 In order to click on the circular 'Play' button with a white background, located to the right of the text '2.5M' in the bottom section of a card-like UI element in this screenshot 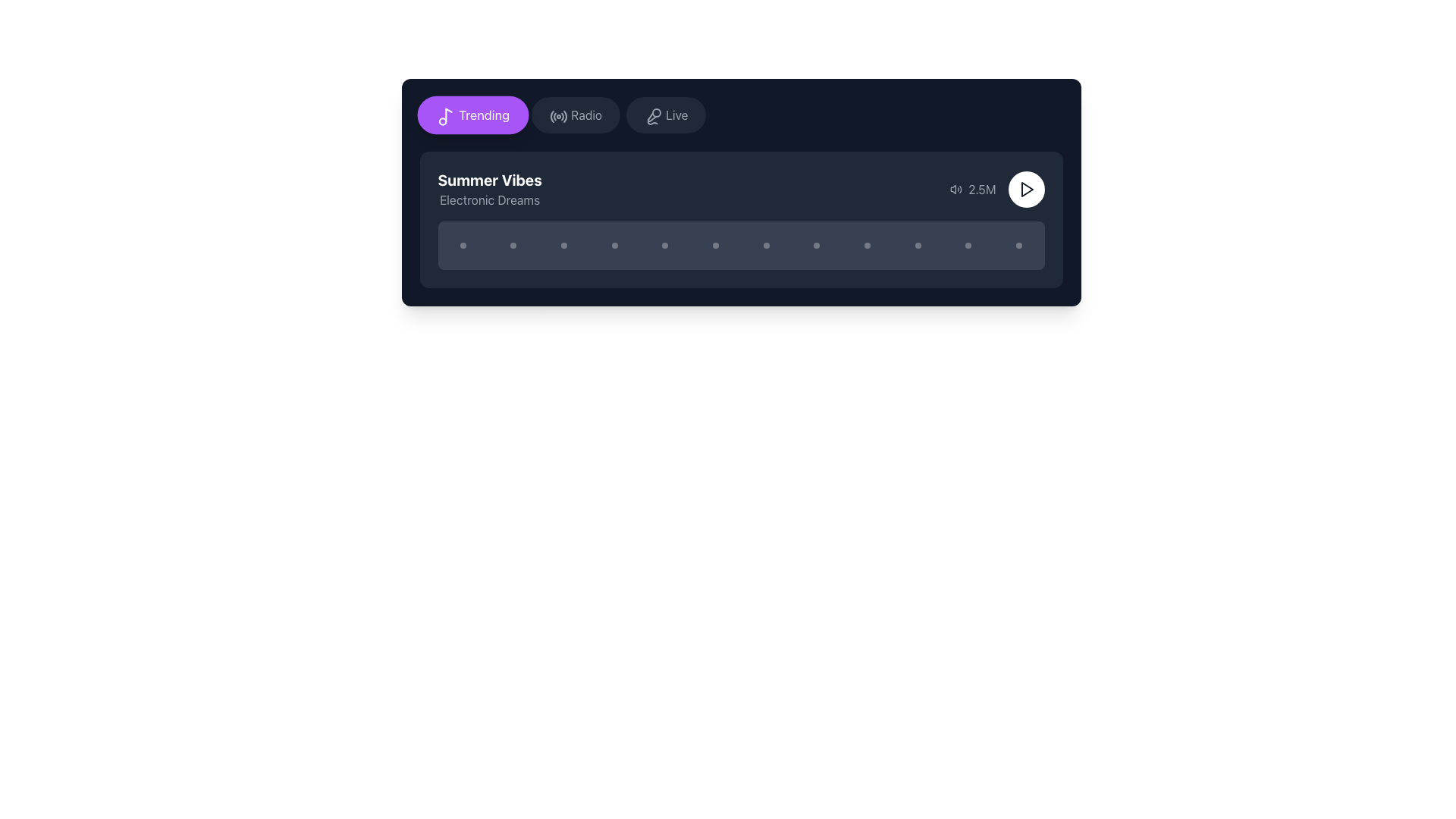, I will do `click(1026, 189)`.